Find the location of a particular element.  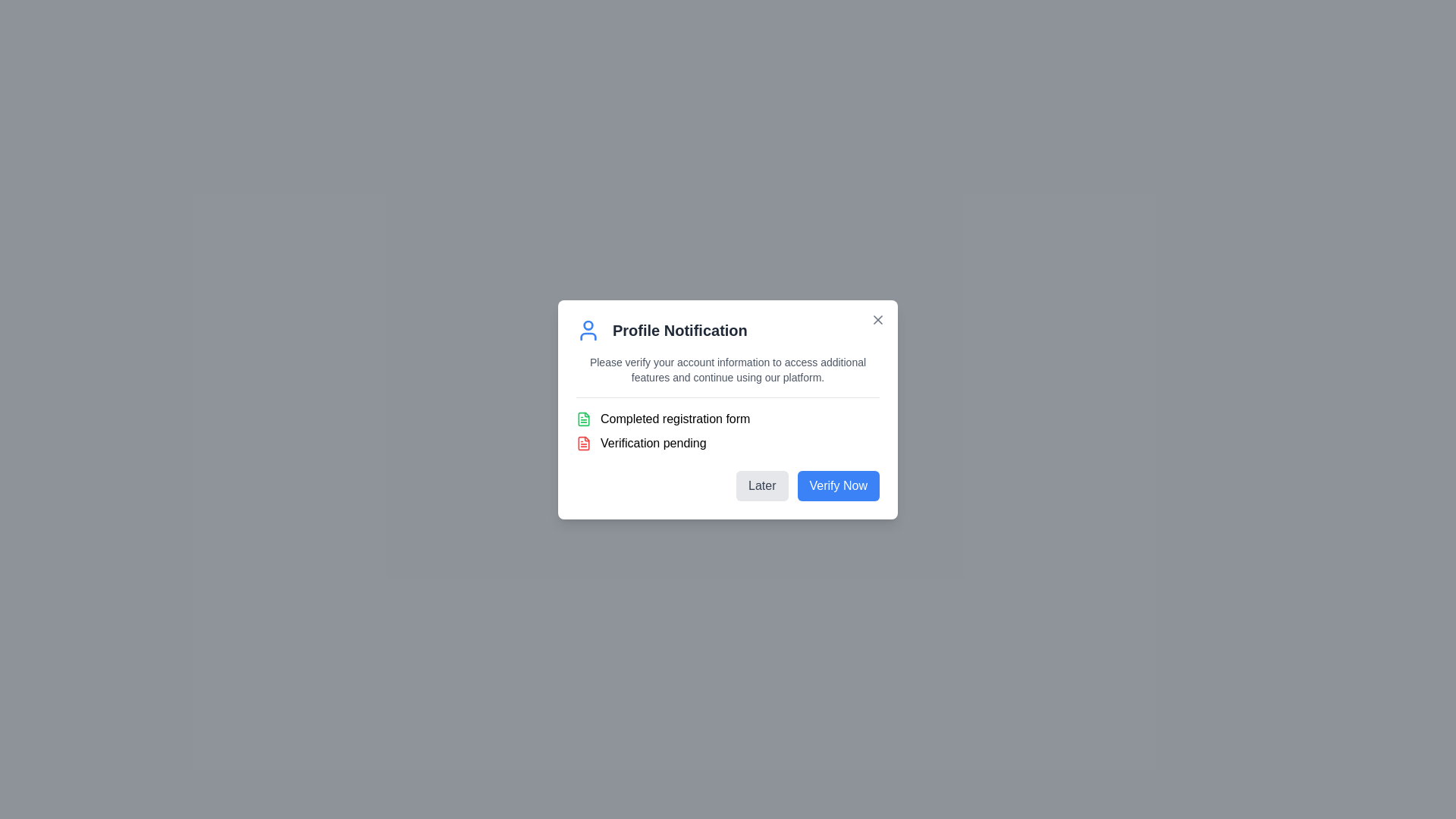

status label indicating the completion of the registration form in the 'Profile Notification' dialog, positioned above 'Verification pending' and next to a green document icon is located at coordinates (674, 419).